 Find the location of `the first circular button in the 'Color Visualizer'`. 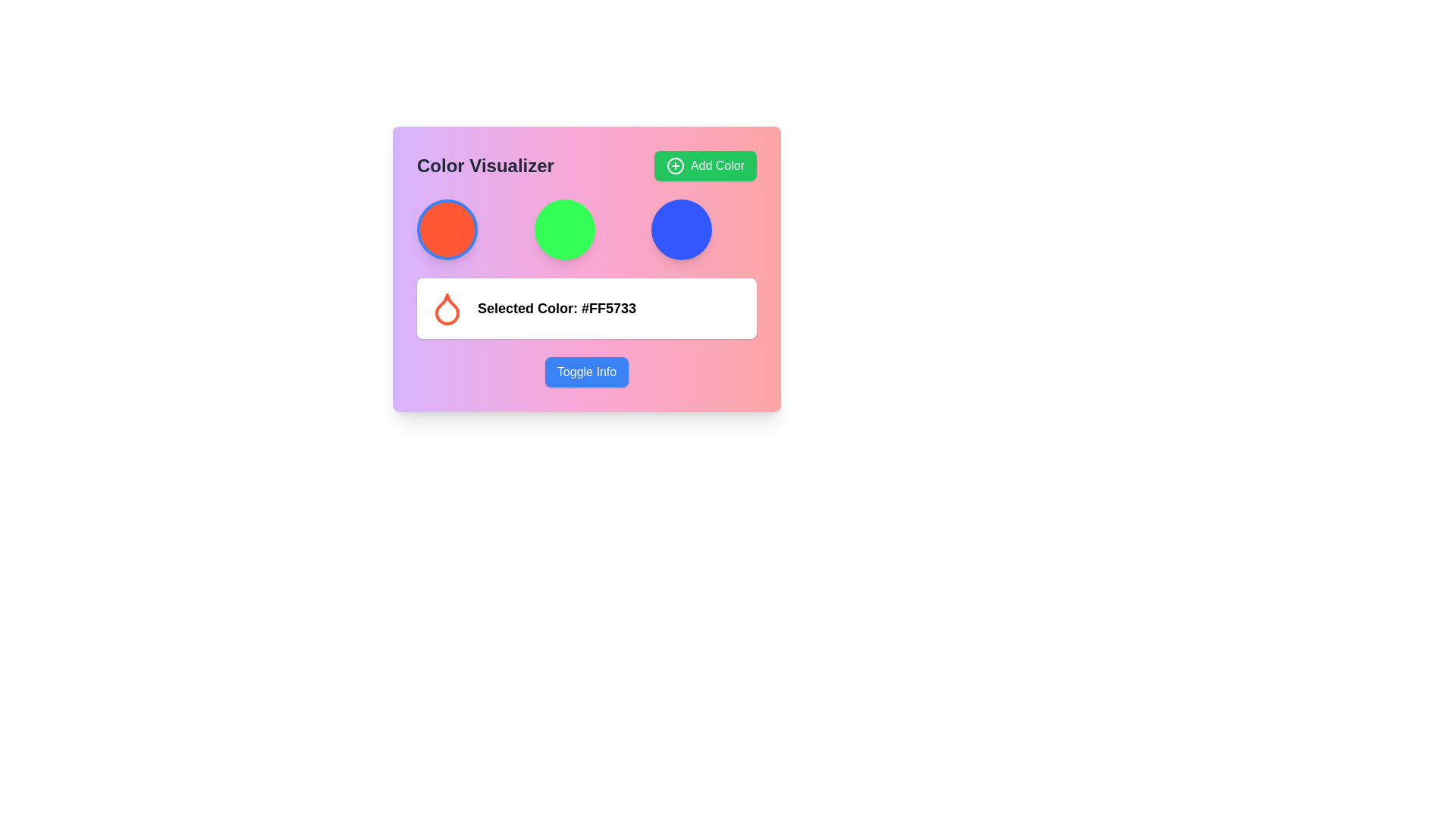

the first circular button in the 'Color Visualizer' is located at coordinates (447, 230).